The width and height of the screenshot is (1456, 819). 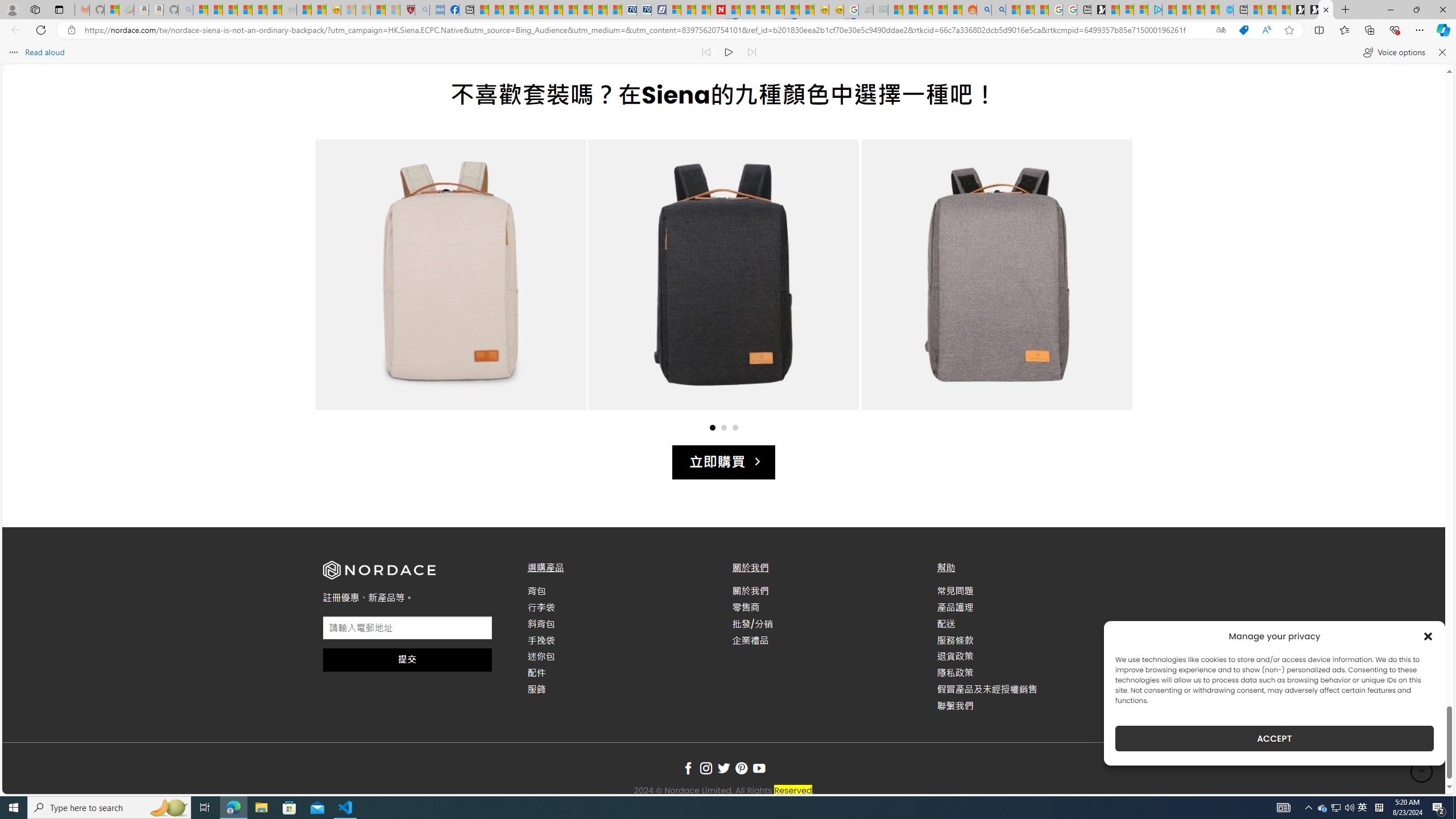 I want to click on '14 Common Myths Debunked By Scientific Facts', so click(x=747, y=9).